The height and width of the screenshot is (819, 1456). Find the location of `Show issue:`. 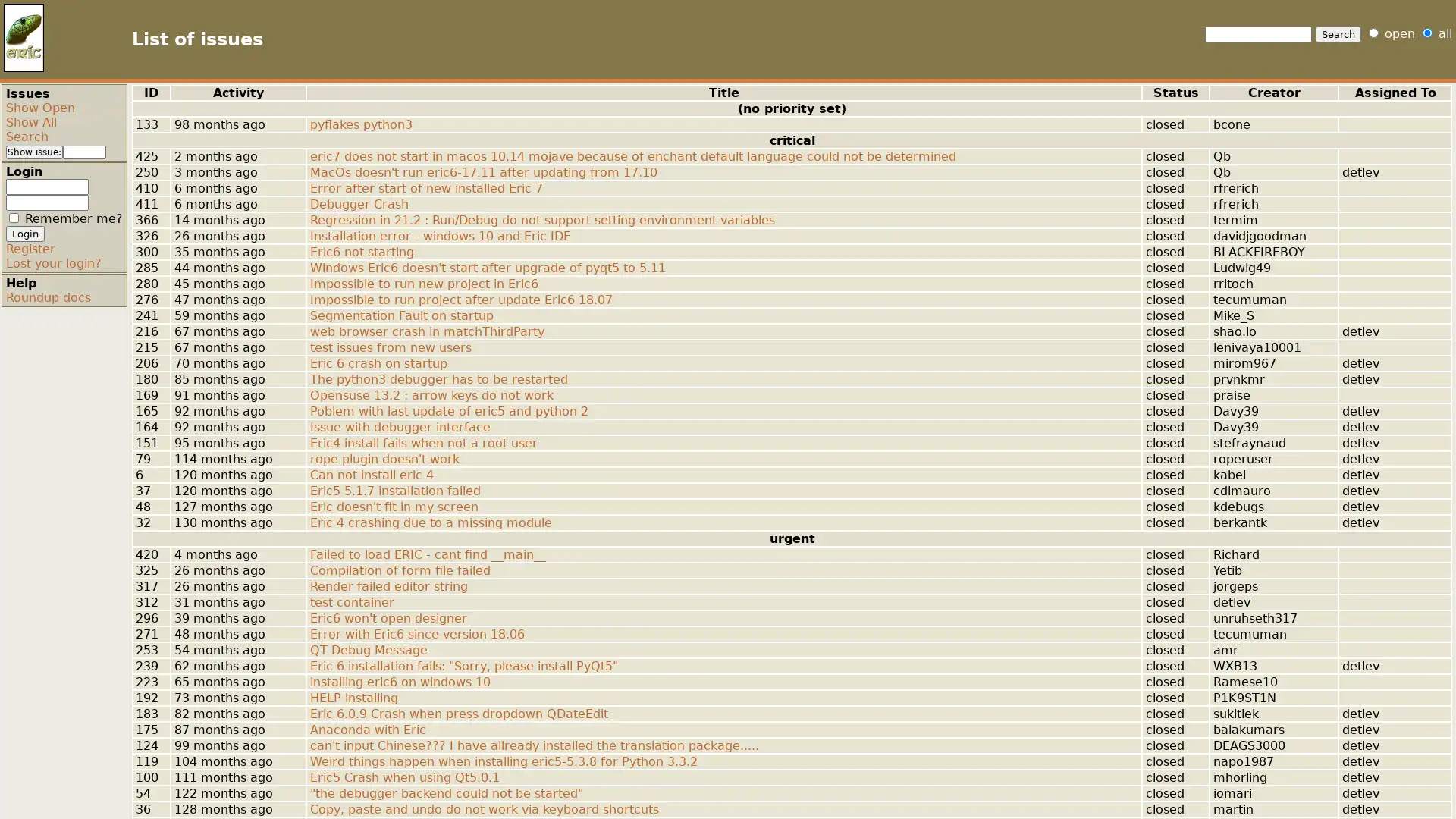

Show issue: is located at coordinates (34, 152).